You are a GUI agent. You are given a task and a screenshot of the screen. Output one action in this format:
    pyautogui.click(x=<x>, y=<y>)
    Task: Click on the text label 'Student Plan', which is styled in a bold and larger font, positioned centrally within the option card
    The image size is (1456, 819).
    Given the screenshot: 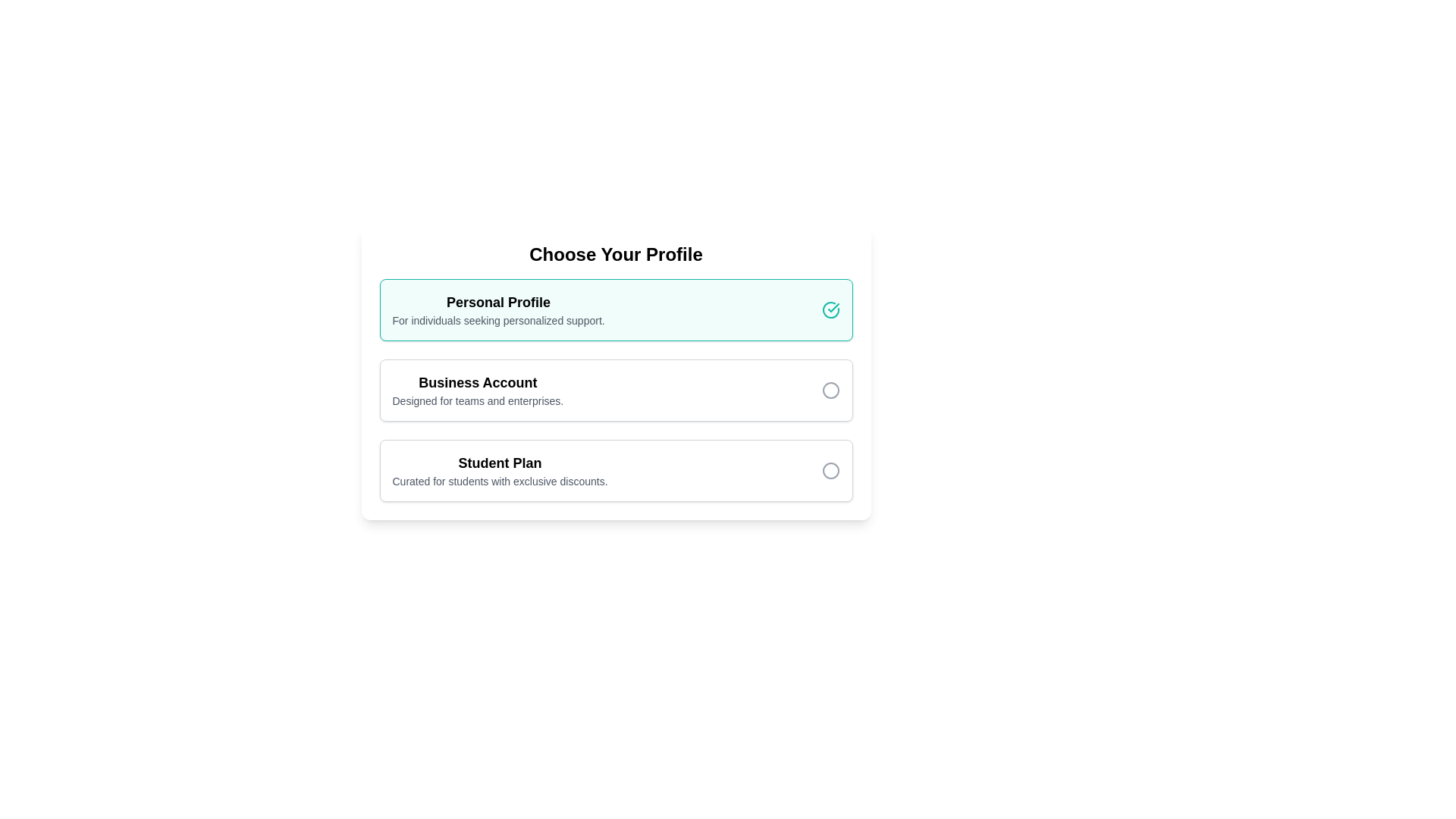 What is the action you would take?
    pyautogui.click(x=500, y=462)
    